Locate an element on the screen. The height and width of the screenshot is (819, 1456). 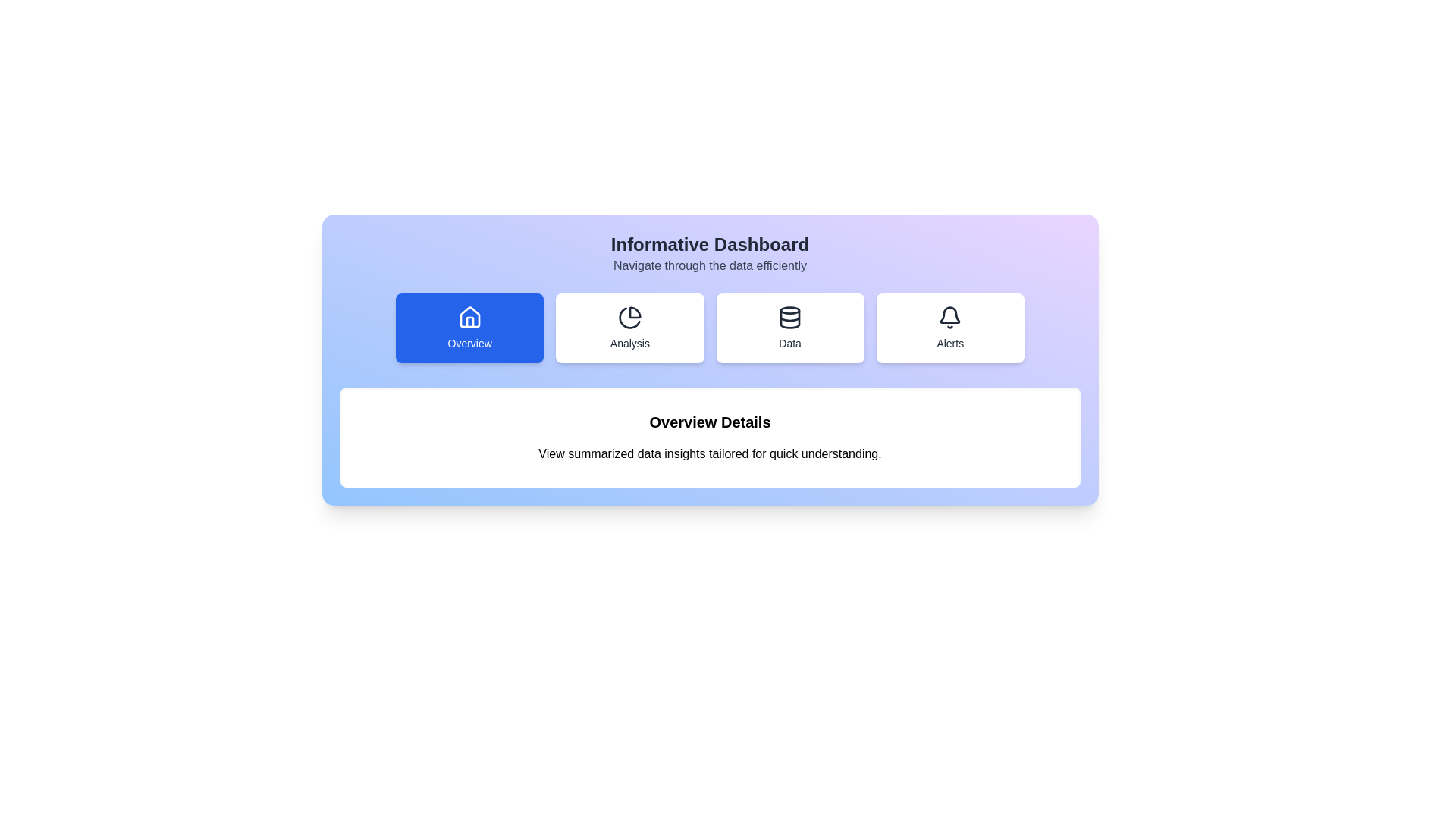
the text label displaying 'Data' located at the bottom center of its card, which is the third card in a horizontal set, positioned between 'Analysis' and 'Alerts' is located at coordinates (789, 343).